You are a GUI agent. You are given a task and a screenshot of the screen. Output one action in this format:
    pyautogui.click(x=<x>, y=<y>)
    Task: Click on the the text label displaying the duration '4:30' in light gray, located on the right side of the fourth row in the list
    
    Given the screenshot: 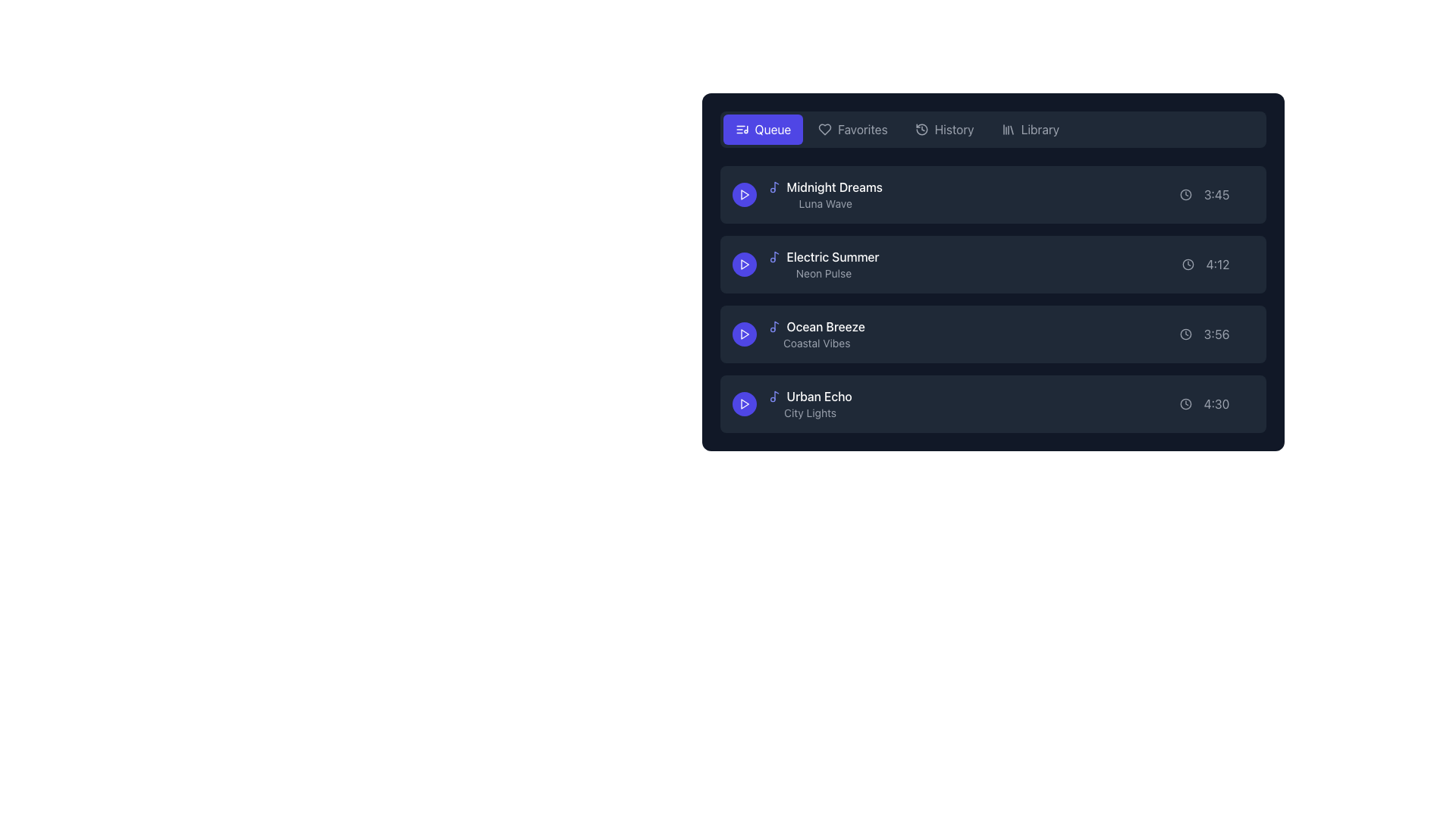 What is the action you would take?
    pyautogui.click(x=1216, y=403)
    